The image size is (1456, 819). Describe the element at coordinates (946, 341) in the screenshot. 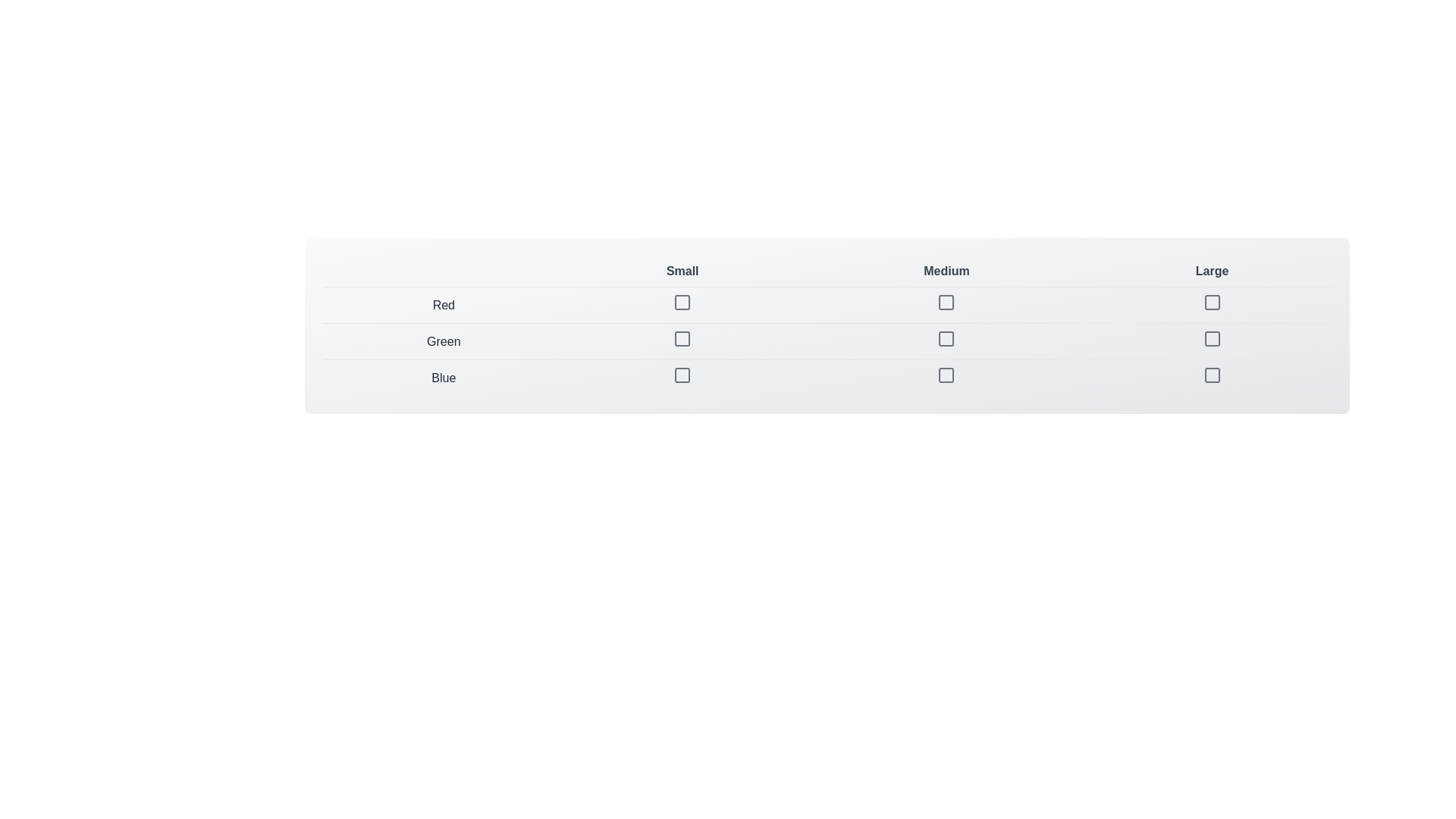

I see `to select the checkbox located in the second row under the 'Medium' header, aligned with the 'Green' row in the grid layout` at that location.